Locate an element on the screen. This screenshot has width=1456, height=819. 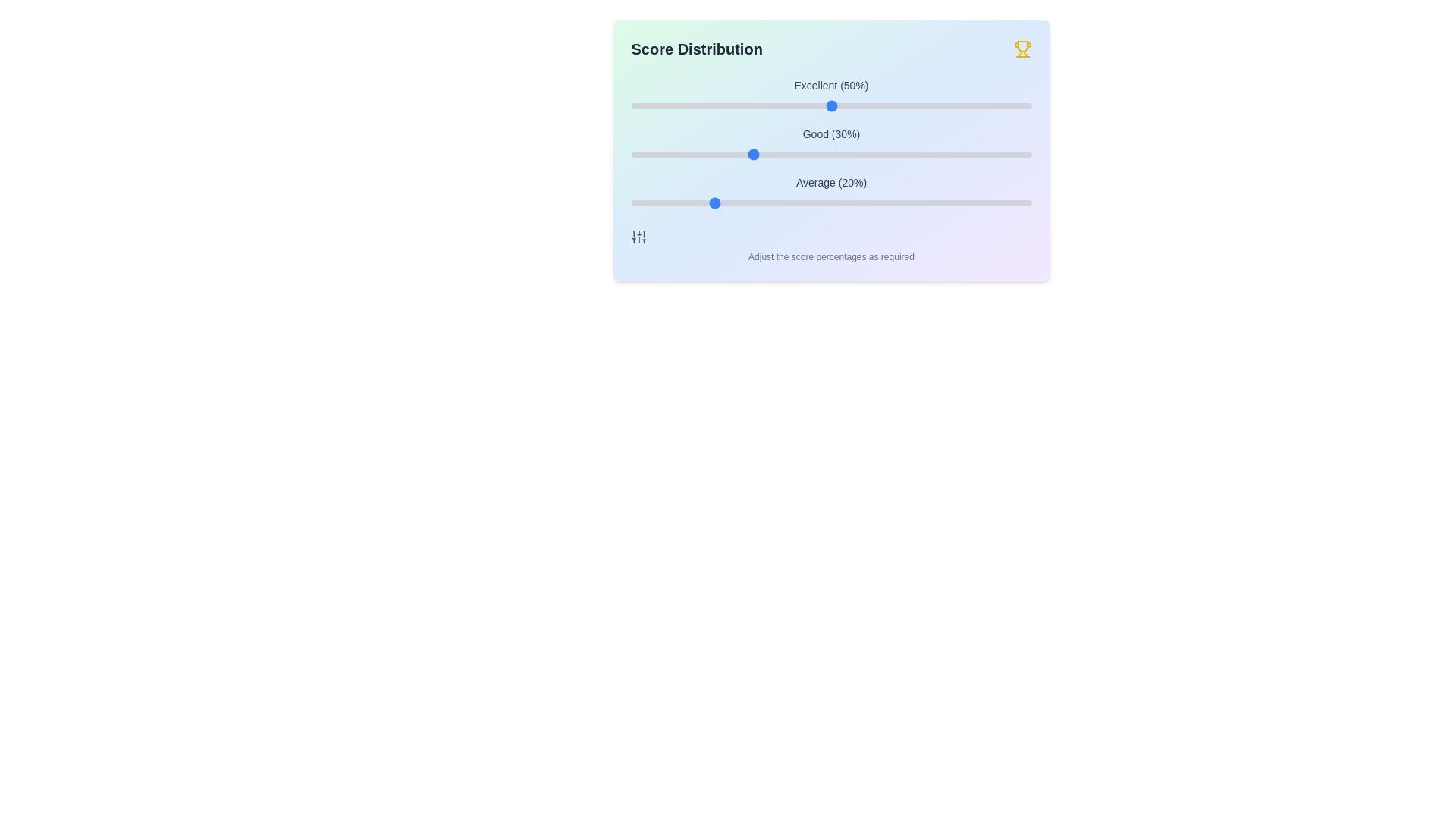
the 'Average' slider to 75% is located at coordinates (930, 202).